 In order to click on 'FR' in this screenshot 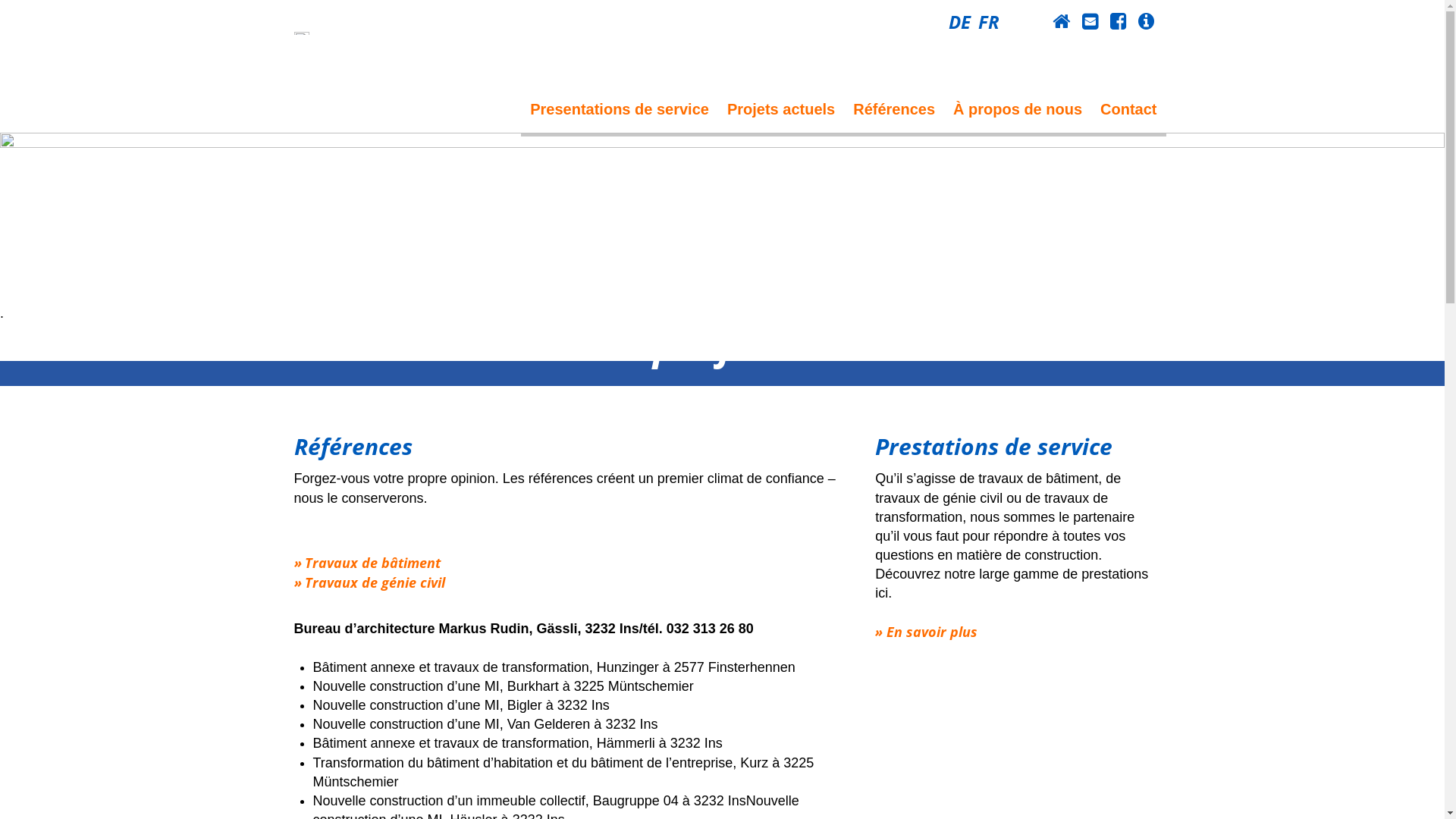, I will do `click(989, 21)`.